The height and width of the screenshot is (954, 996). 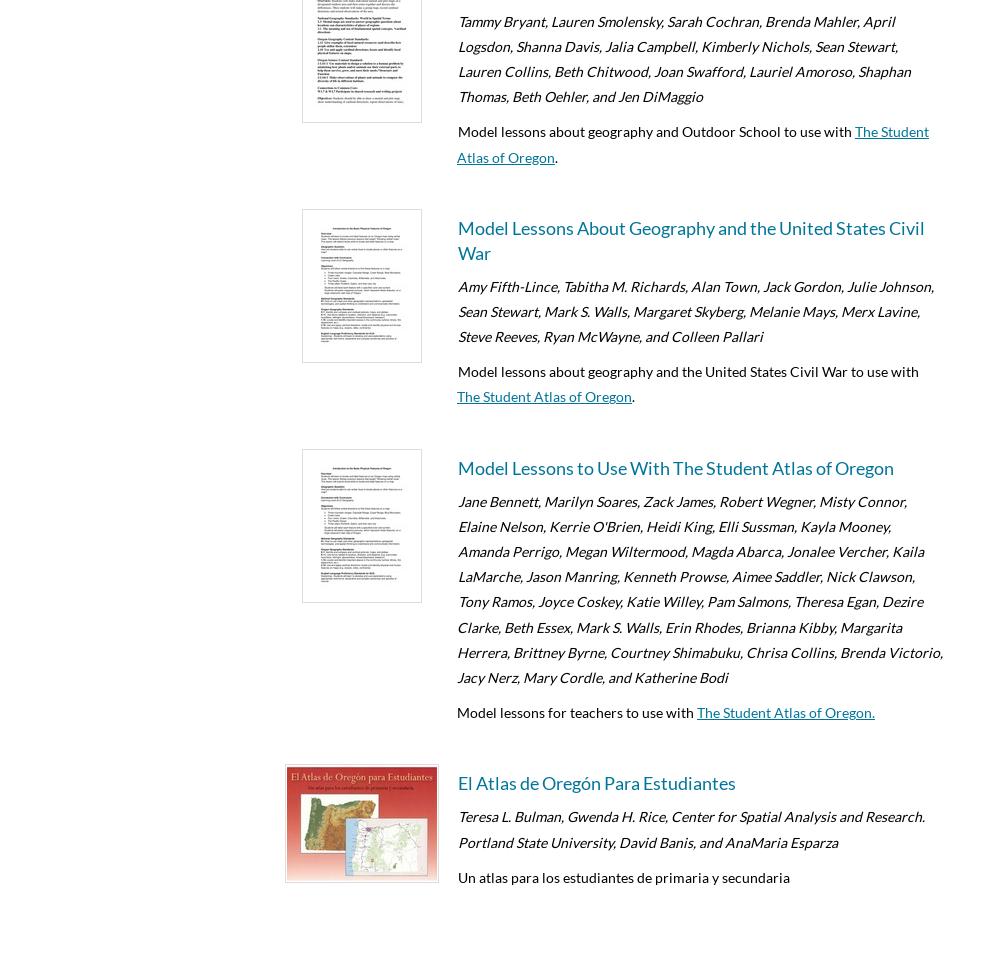 I want to click on 'Amy Fifth-­Lince, Tabitha M. Richards, Alan Town, Jack Gordon, Julie Johnson, Sean Stewart, Mark S. Walls, Margaret Skyberg, Melanie Mays, Merx Lavine, Steve Reeves, Ryan McWayne, and Colleen Pallari', so click(x=696, y=311).